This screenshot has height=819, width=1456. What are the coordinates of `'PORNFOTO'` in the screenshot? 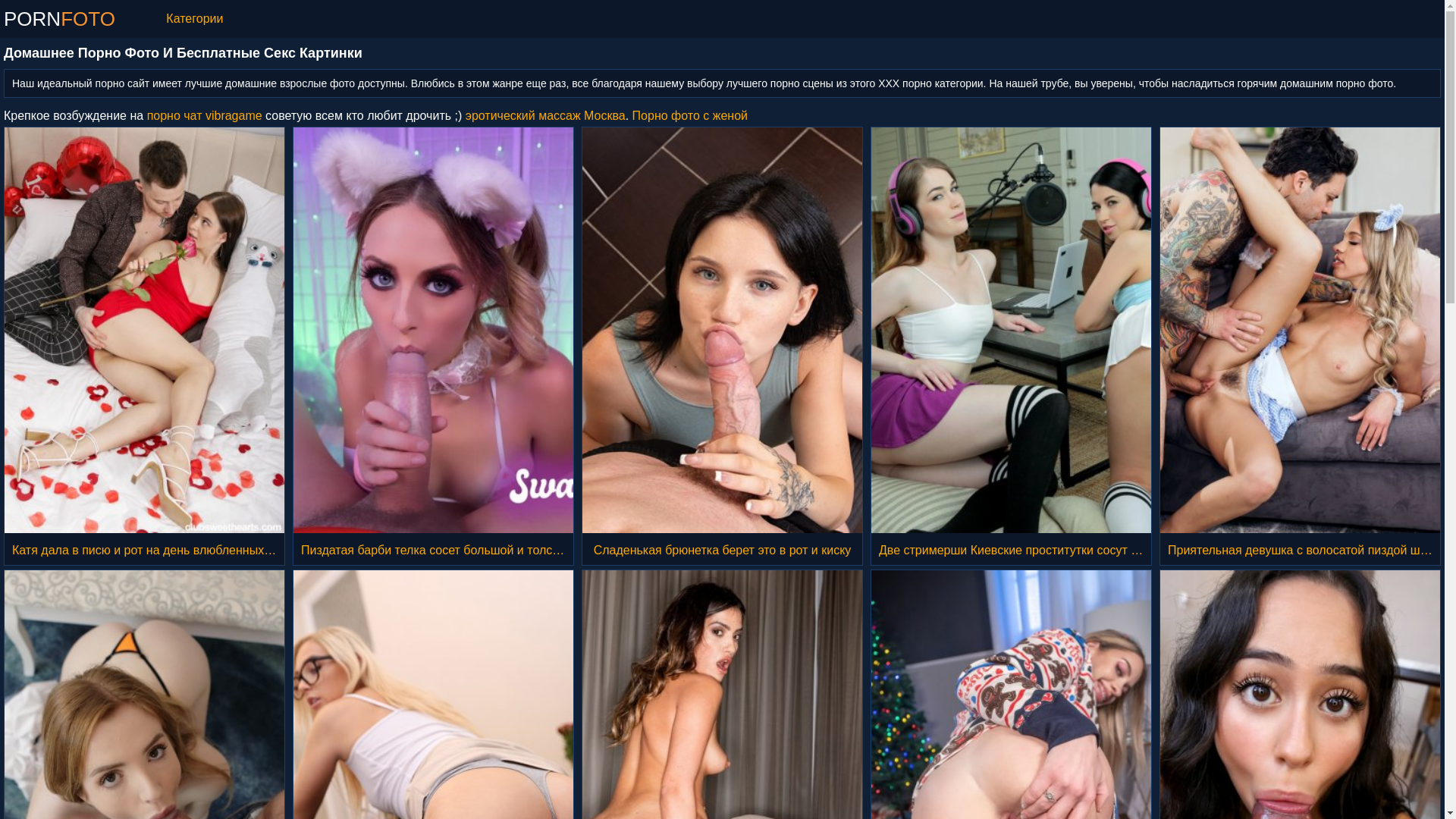 It's located at (59, 18).